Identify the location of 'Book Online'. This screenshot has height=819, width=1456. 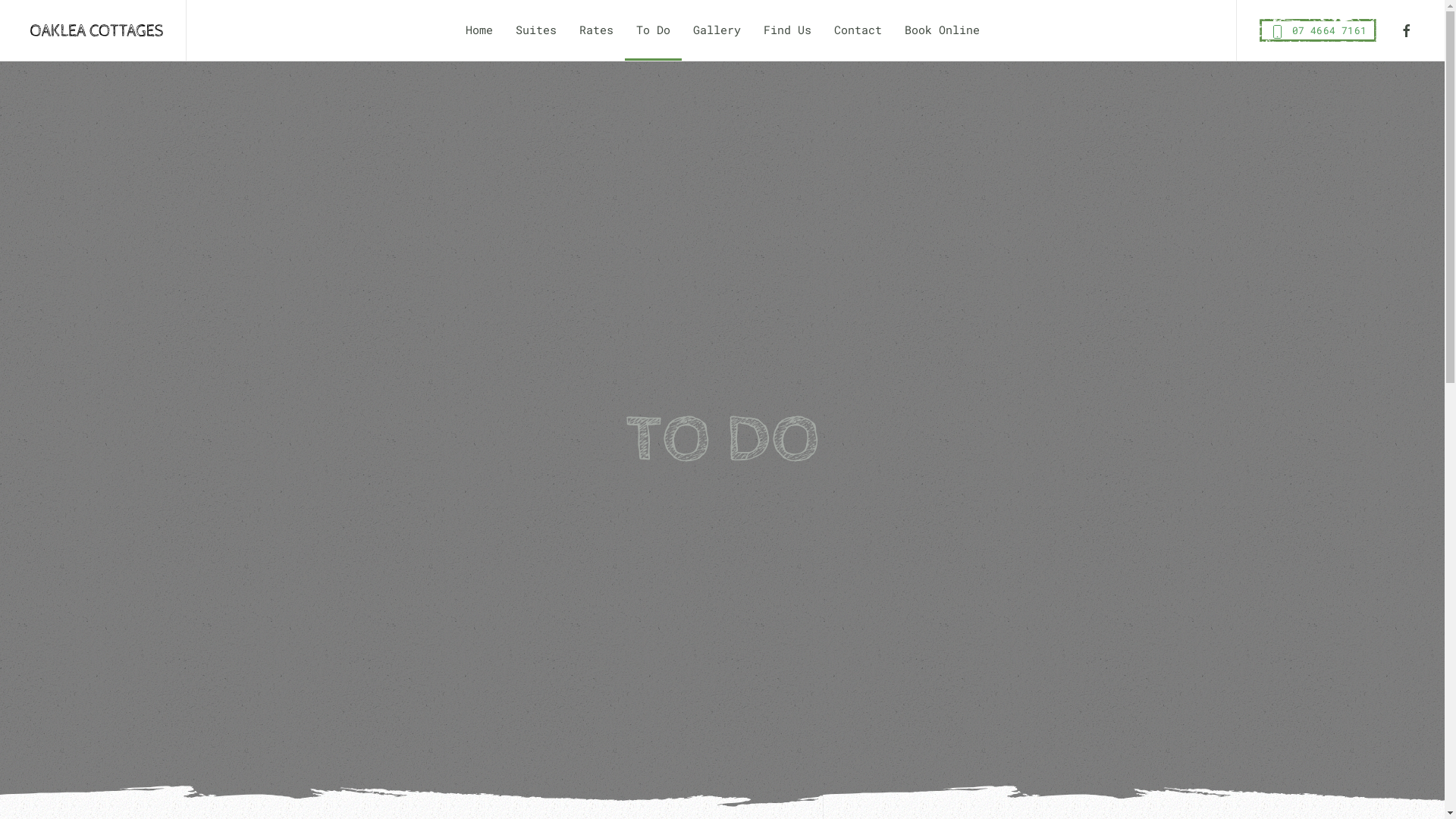
(893, 30).